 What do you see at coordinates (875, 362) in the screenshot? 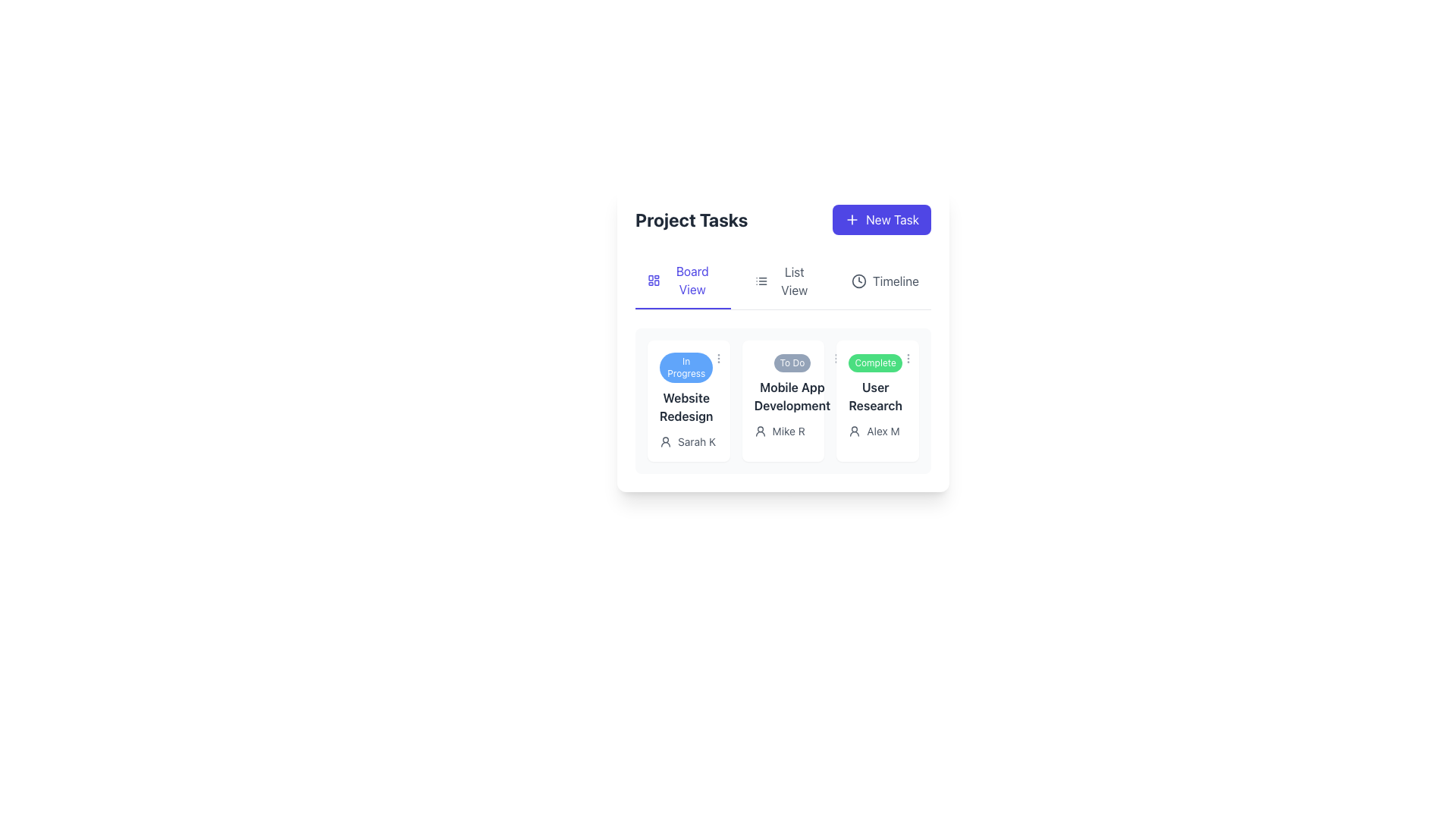
I see `the Status Label located at the top of the 'User Research' panel, which represents the completion state of the associated task` at bounding box center [875, 362].